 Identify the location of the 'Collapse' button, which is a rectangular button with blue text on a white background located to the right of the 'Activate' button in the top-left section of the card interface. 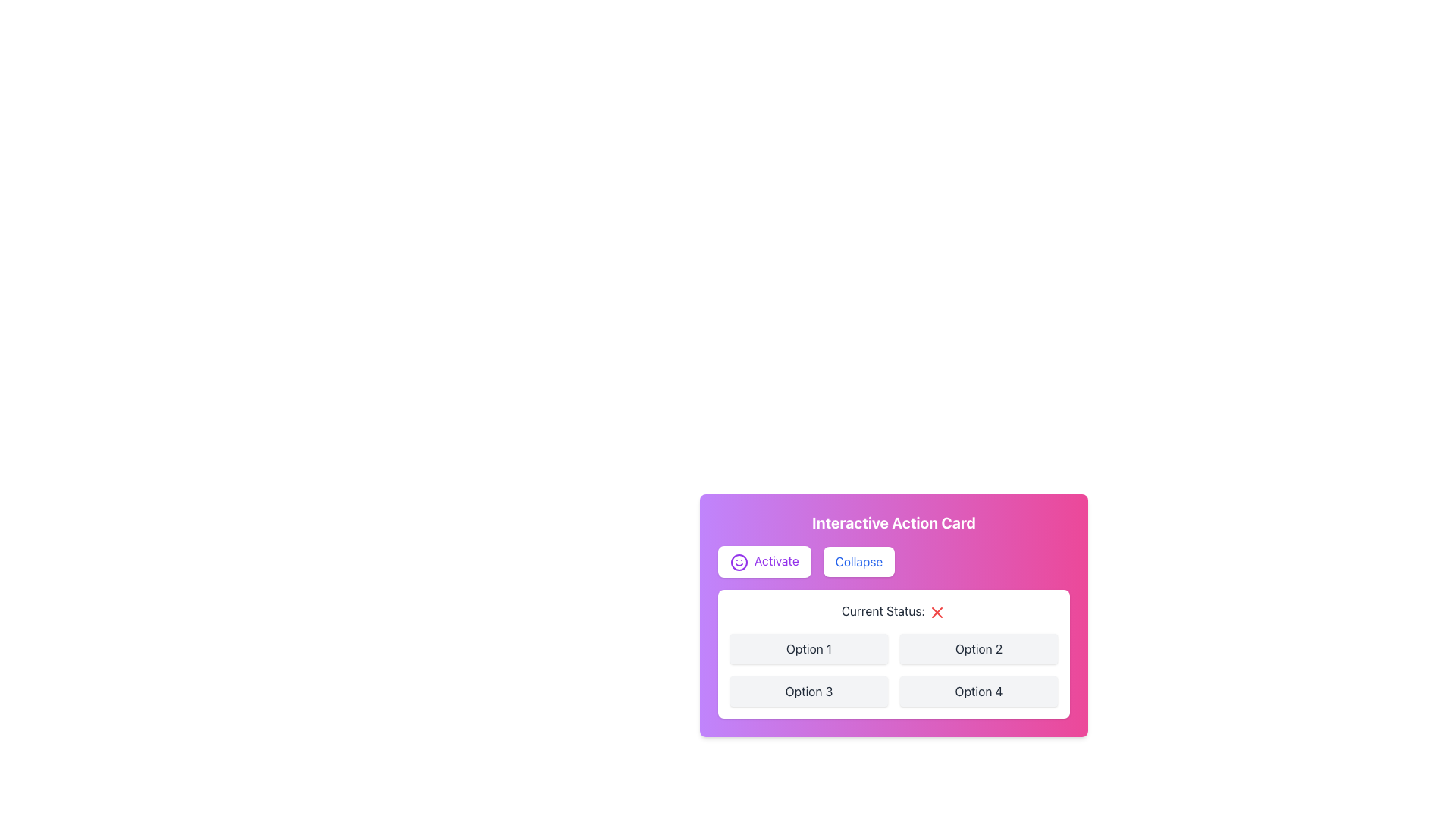
(858, 561).